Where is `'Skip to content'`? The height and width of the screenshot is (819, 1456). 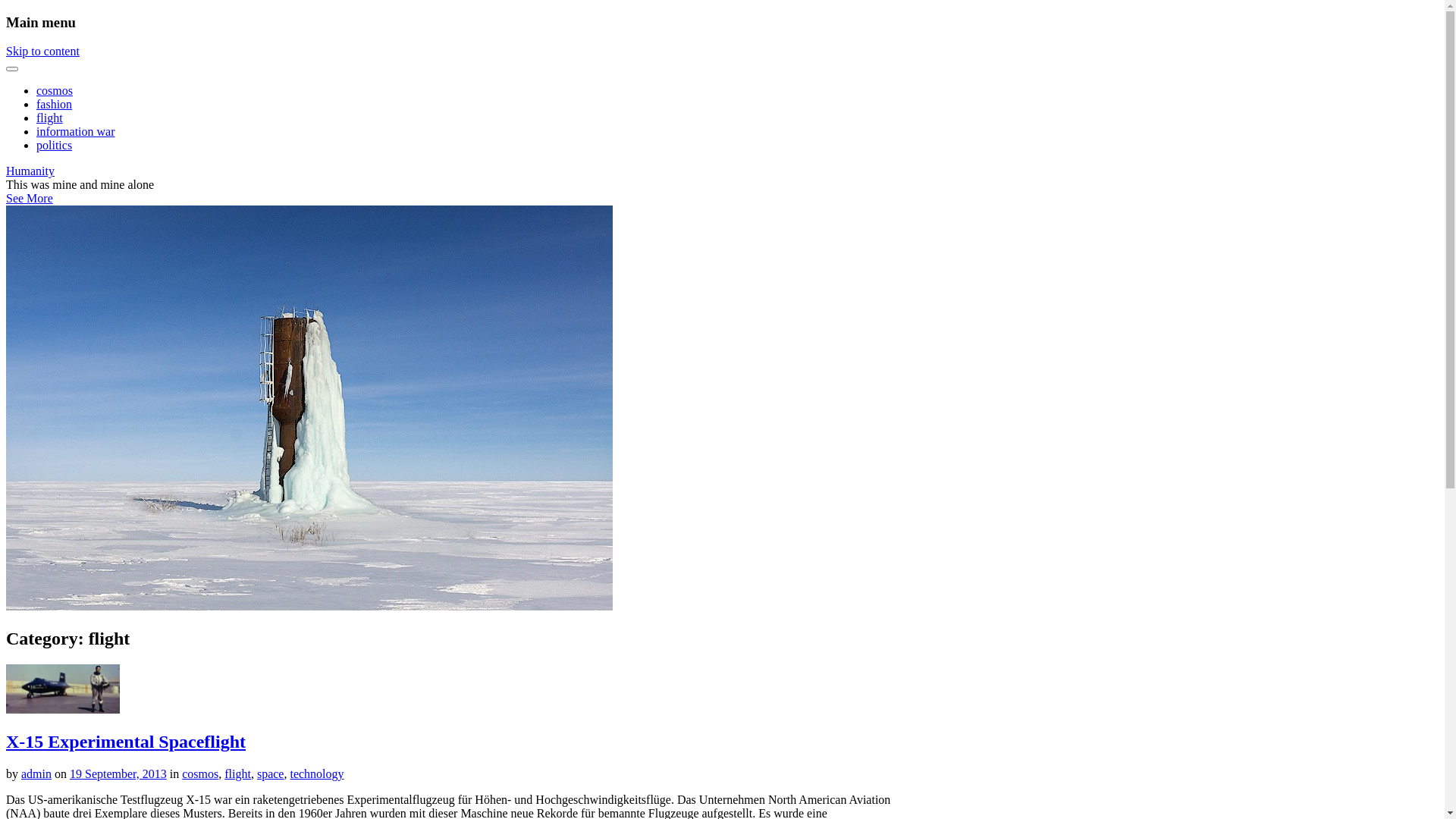 'Skip to content' is located at coordinates (42, 50).